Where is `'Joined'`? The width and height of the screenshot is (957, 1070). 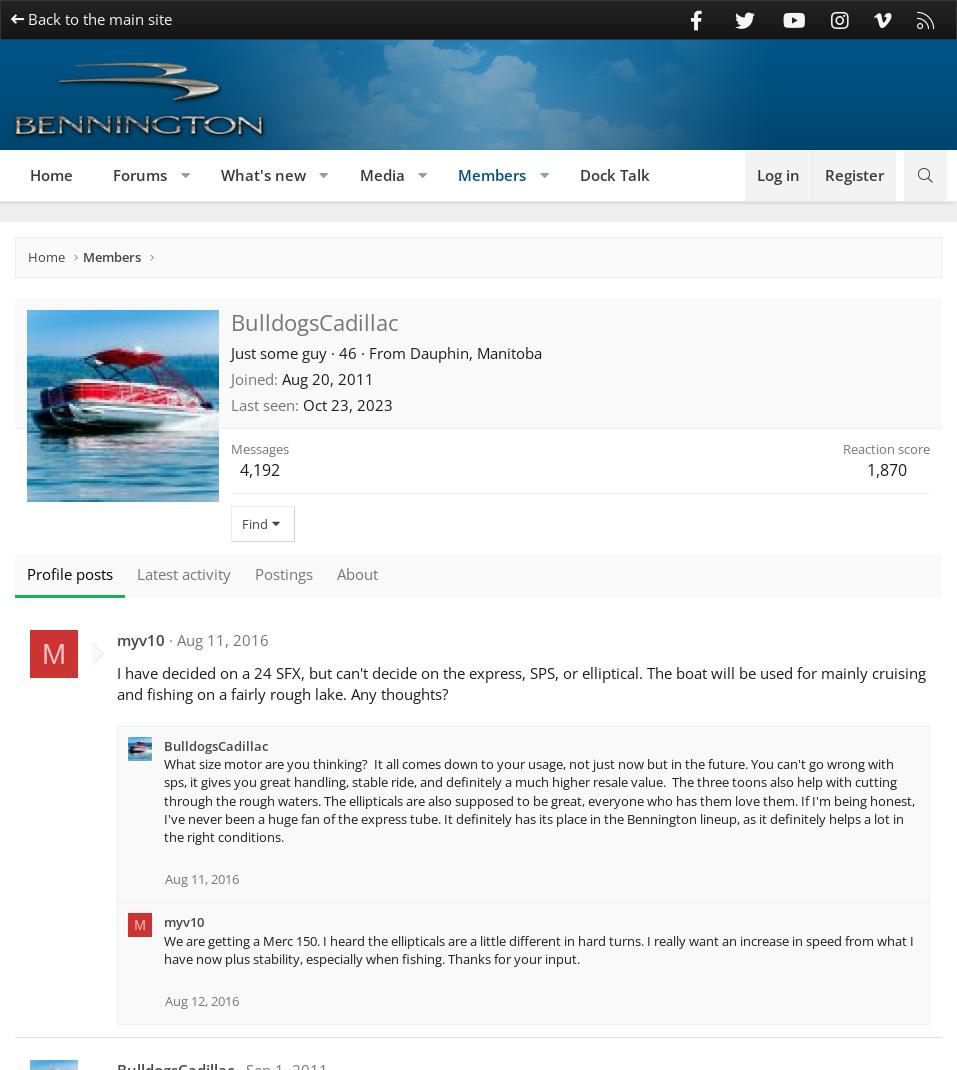 'Joined' is located at coordinates (251, 377).